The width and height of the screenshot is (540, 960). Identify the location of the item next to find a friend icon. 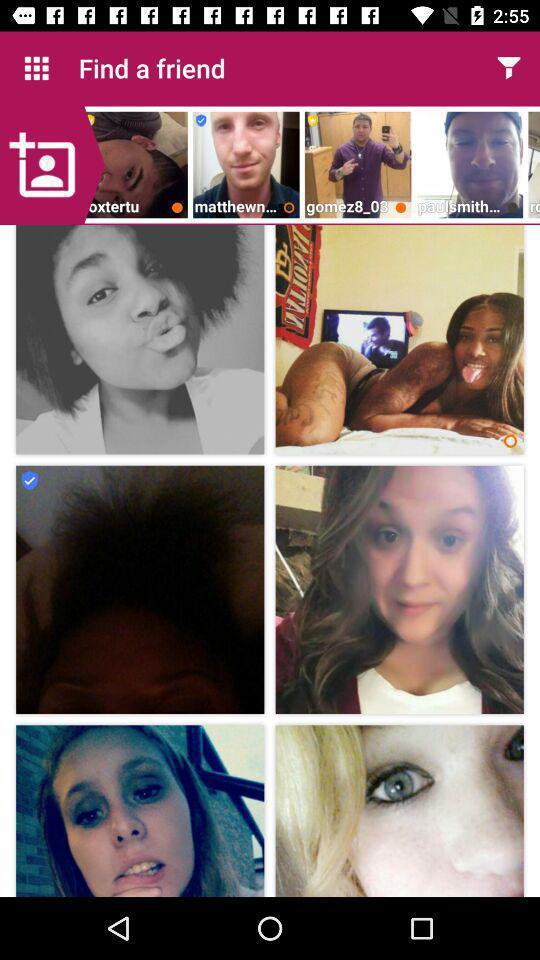
(508, 68).